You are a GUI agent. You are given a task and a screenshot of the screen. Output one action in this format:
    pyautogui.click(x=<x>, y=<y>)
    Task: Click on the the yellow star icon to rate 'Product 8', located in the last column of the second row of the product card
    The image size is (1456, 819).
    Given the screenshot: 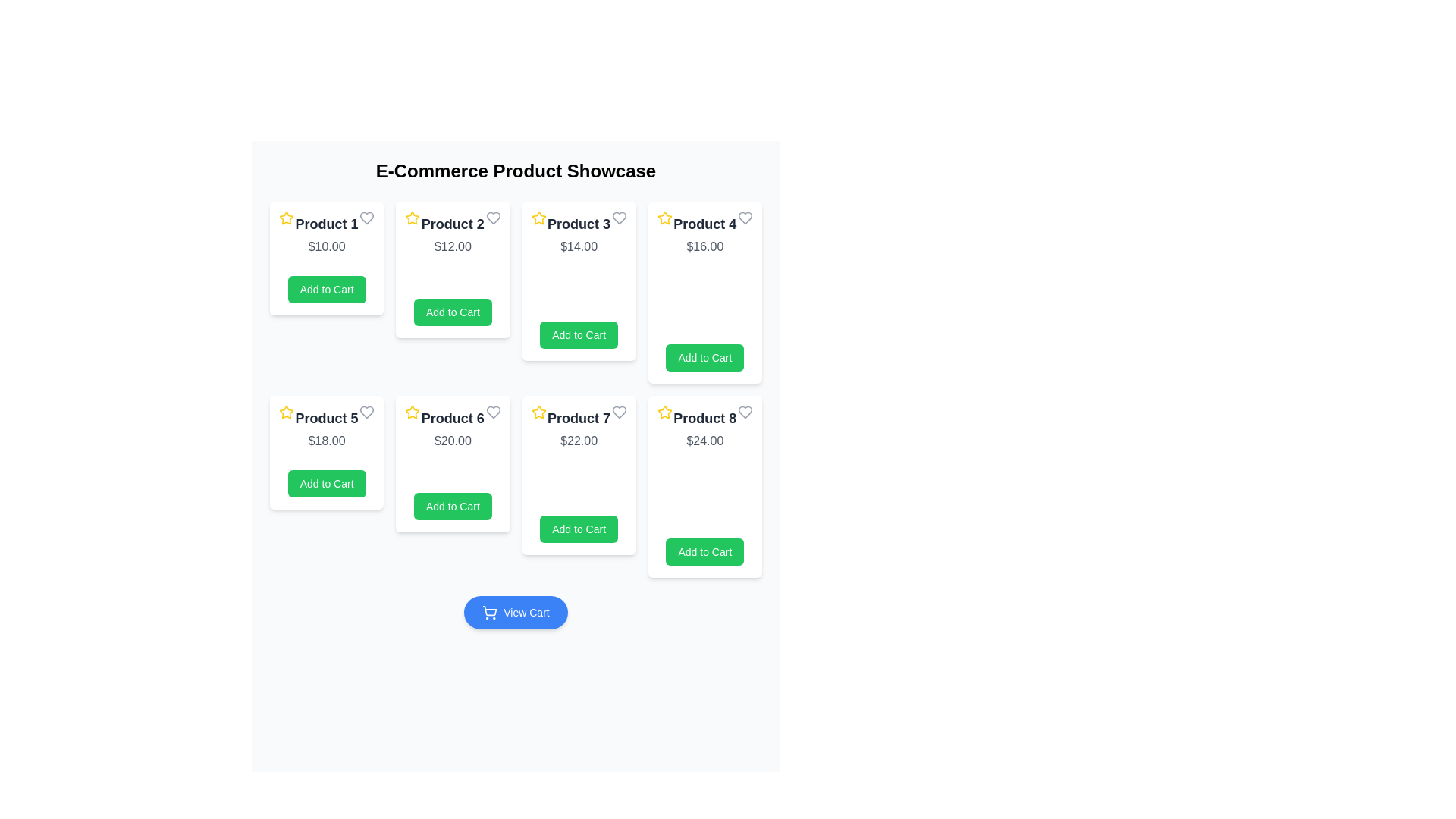 What is the action you would take?
    pyautogui.click(x=664, y=412)
    